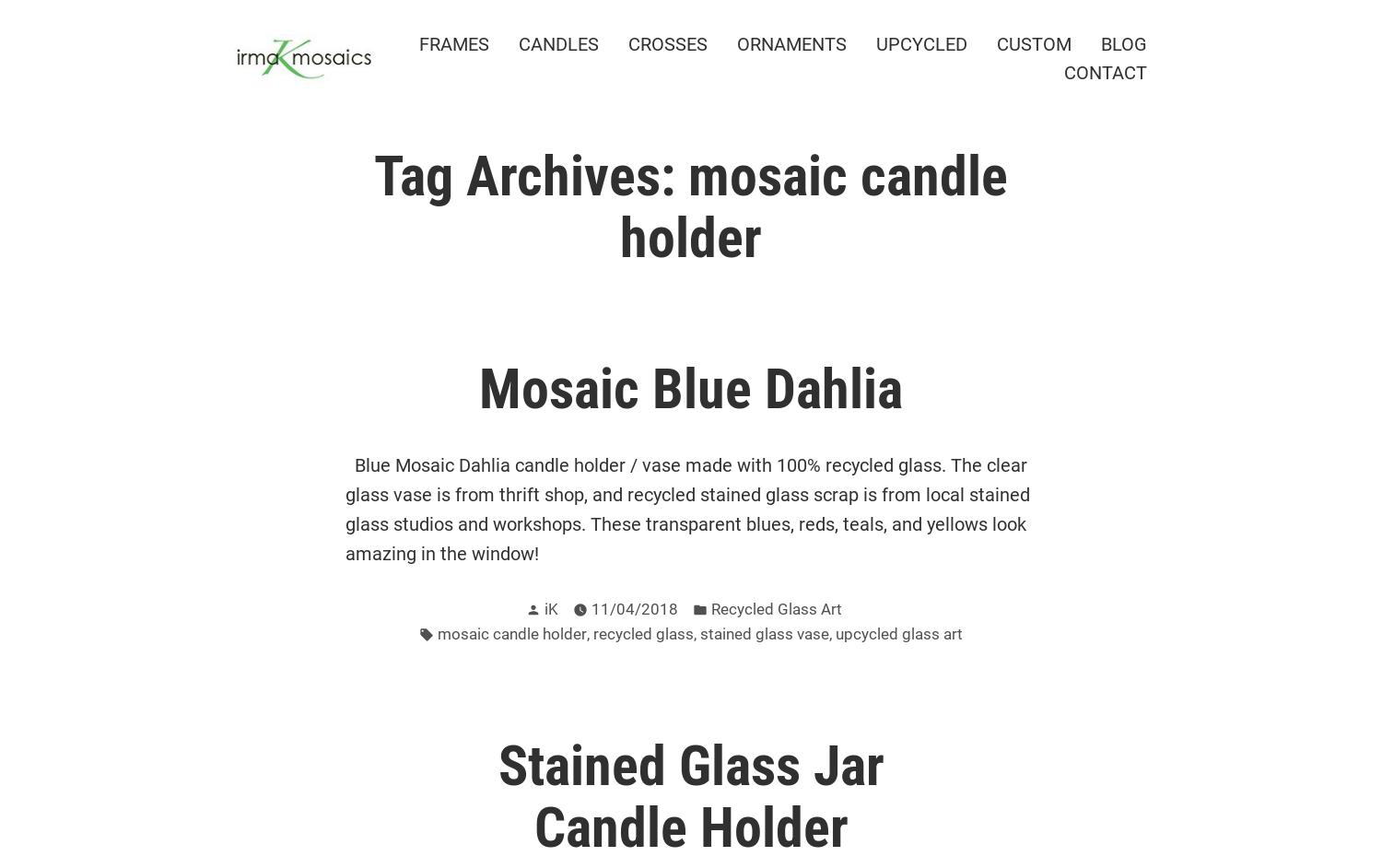  I want to click on 'CONTACT', so click(1105, 72).